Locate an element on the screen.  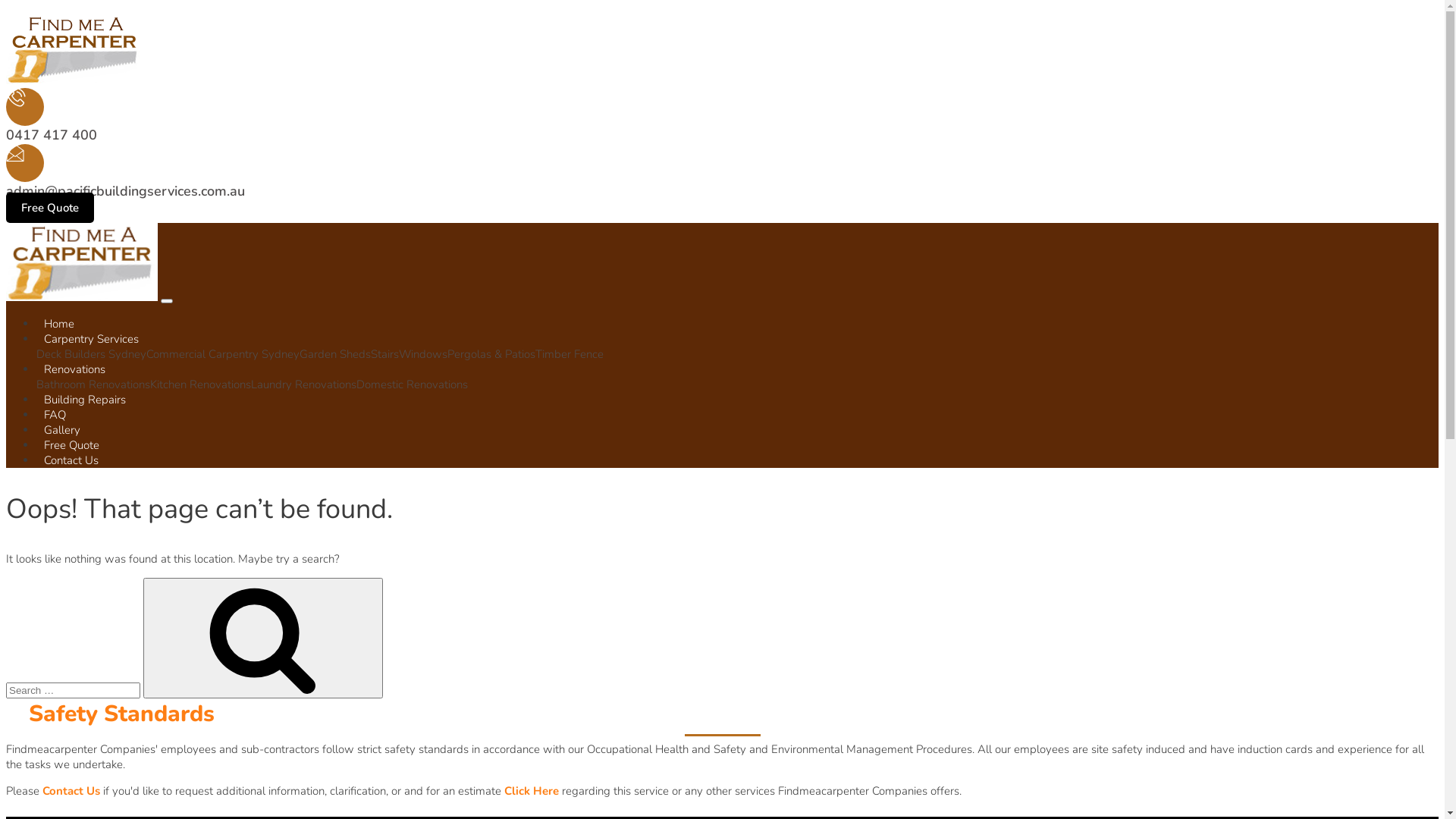
'Windows' is located at coordinates (422, 353).